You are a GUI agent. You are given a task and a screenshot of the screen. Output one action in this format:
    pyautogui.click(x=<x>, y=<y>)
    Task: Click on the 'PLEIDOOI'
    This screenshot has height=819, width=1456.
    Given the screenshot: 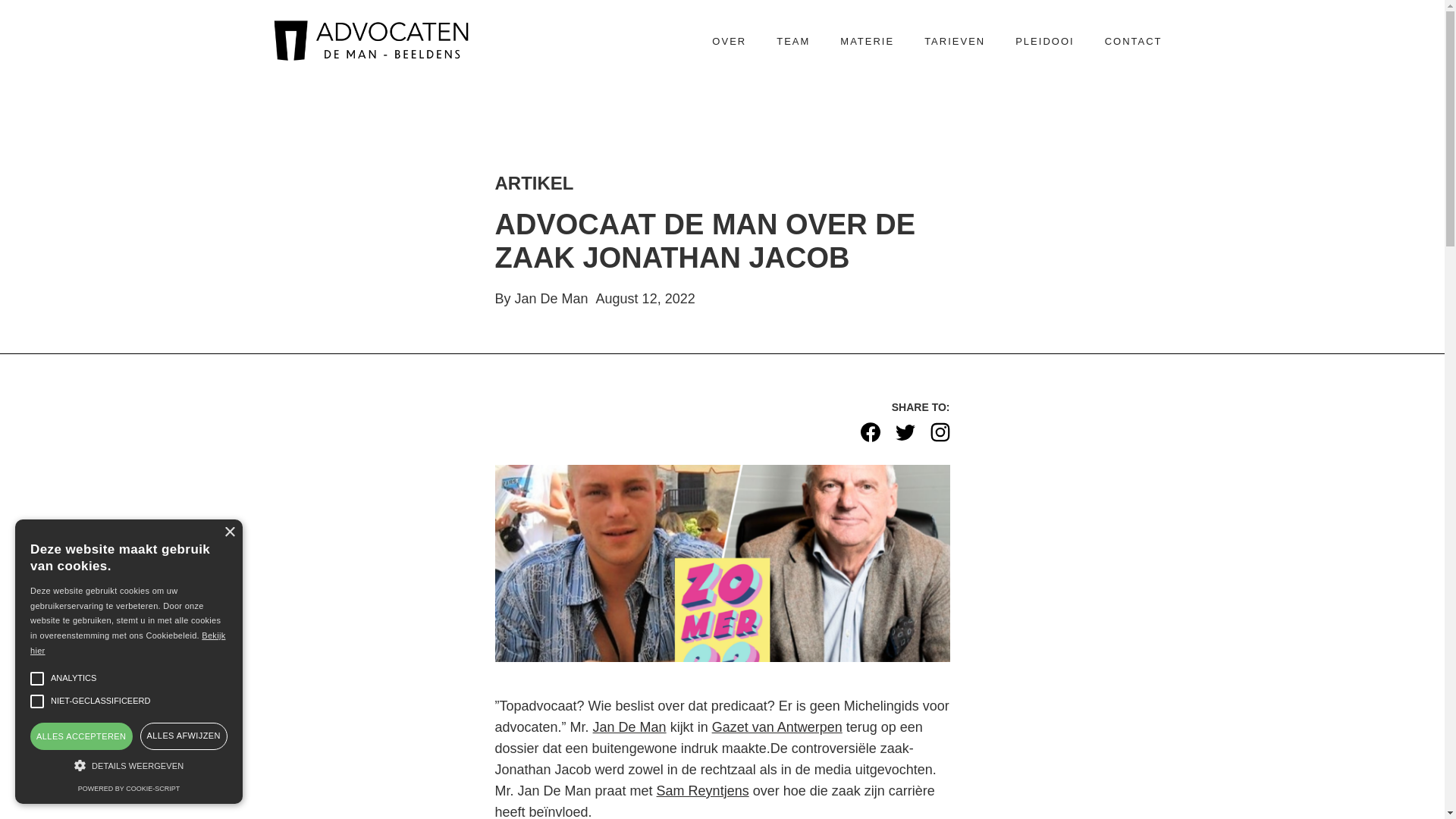 What is the action you would take?
    pyautogui.click(x=1043, y=40)
    